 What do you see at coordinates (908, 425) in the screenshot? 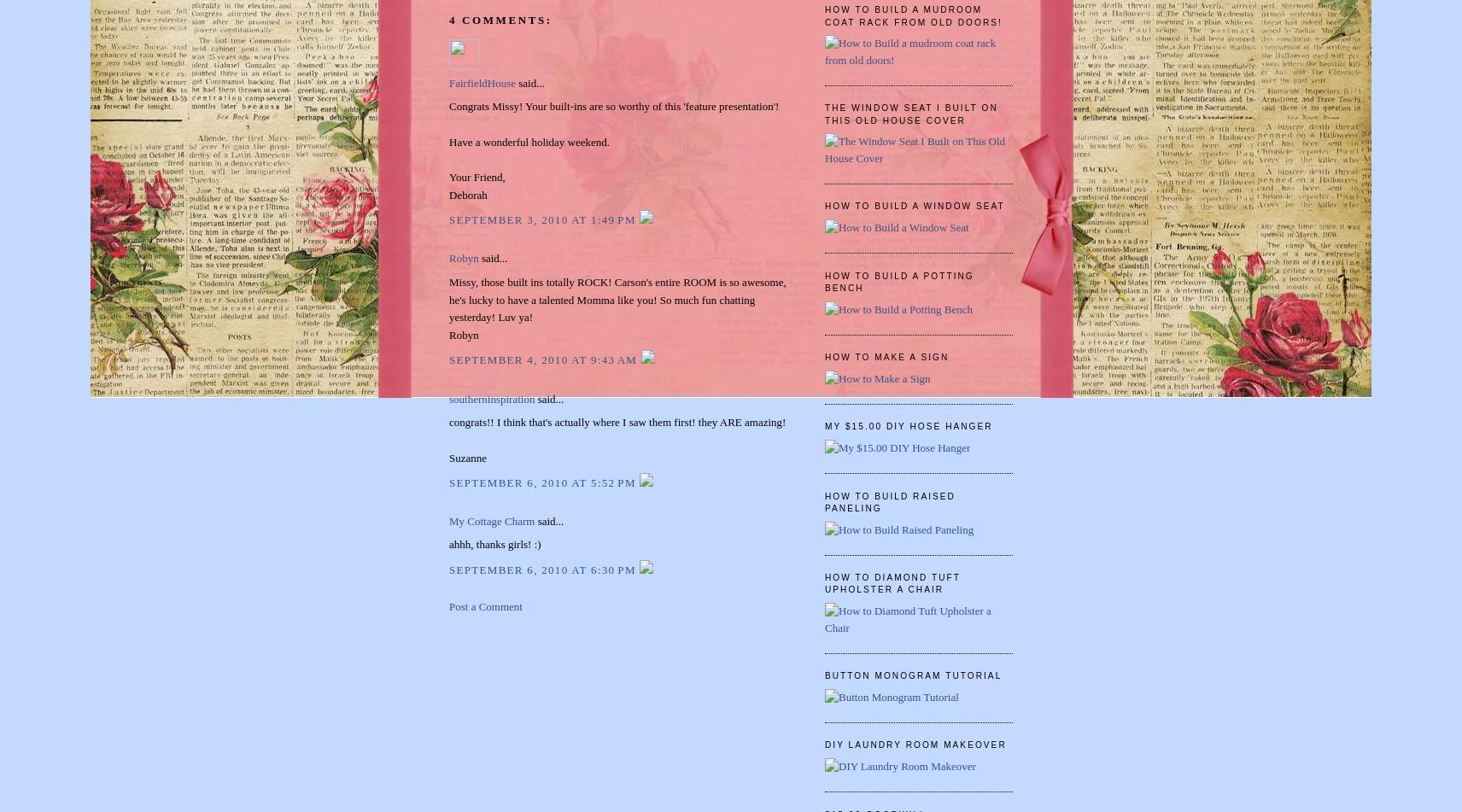
I see `'My $15.00 DIY Hose Hanger'` at bounding box center [908, 425].